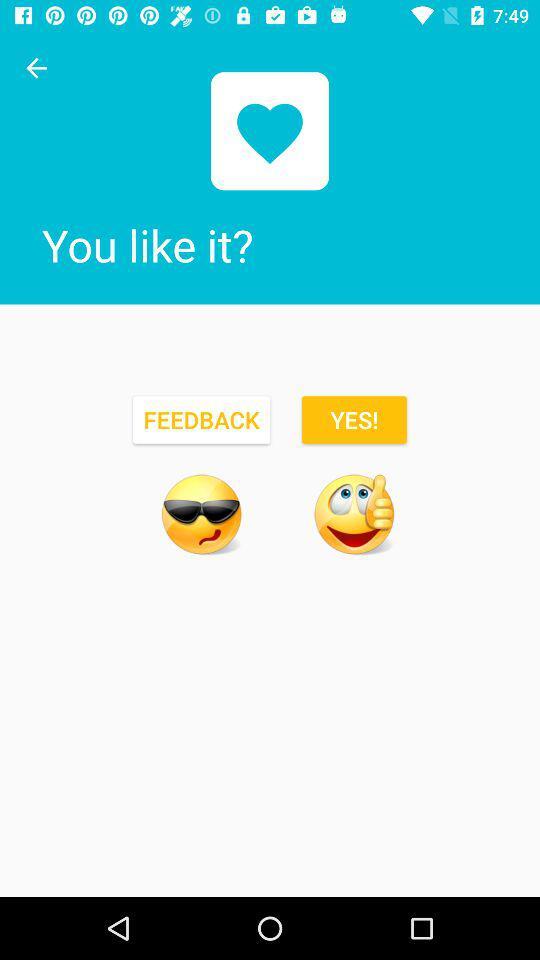 This screenshot has height=960, width=540. Describe the element at coordinates (353, 513) in the screenshot. I see `like button` at that location.